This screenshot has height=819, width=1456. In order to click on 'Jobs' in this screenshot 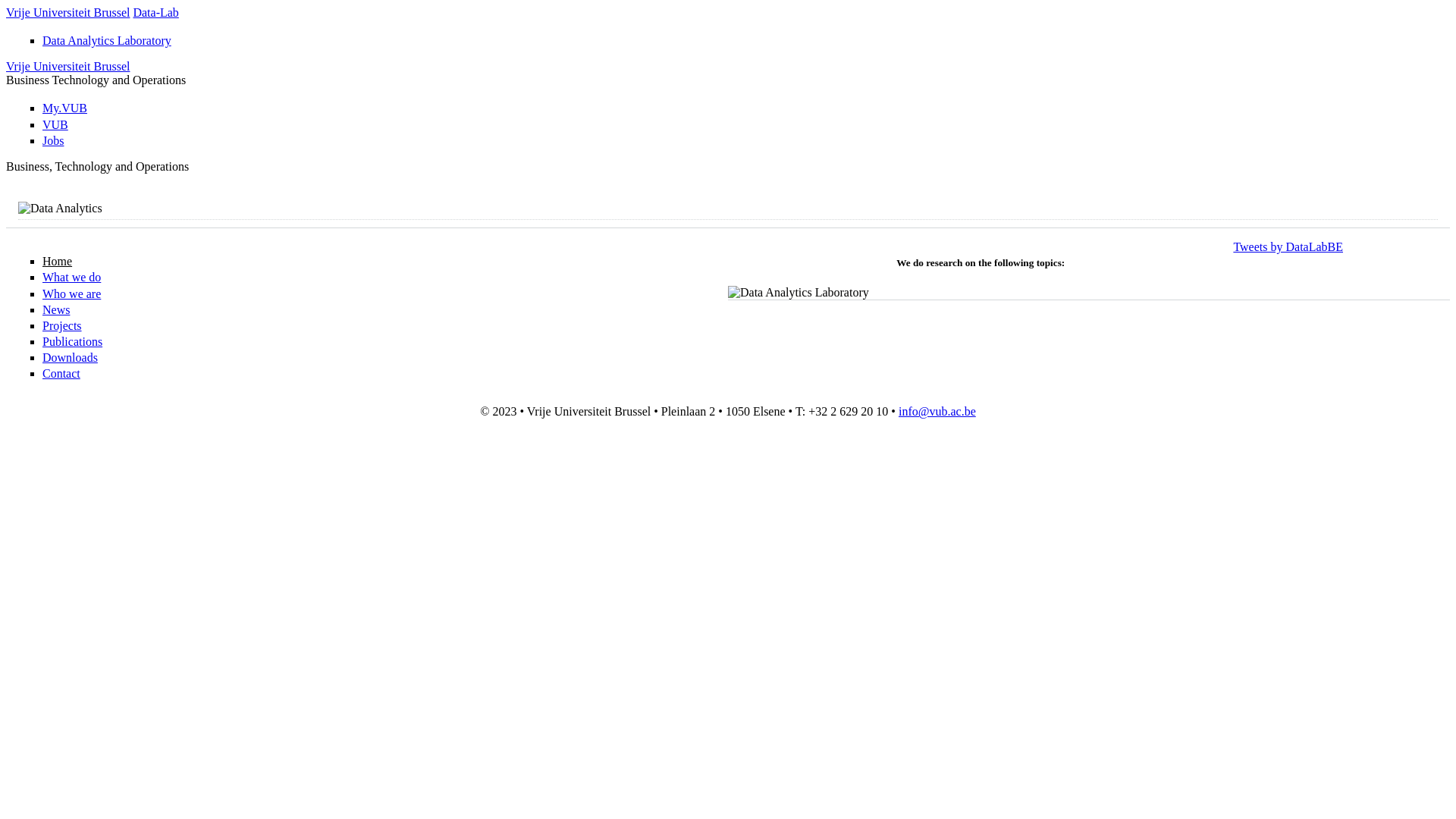, I will do `click(53, 140)`.